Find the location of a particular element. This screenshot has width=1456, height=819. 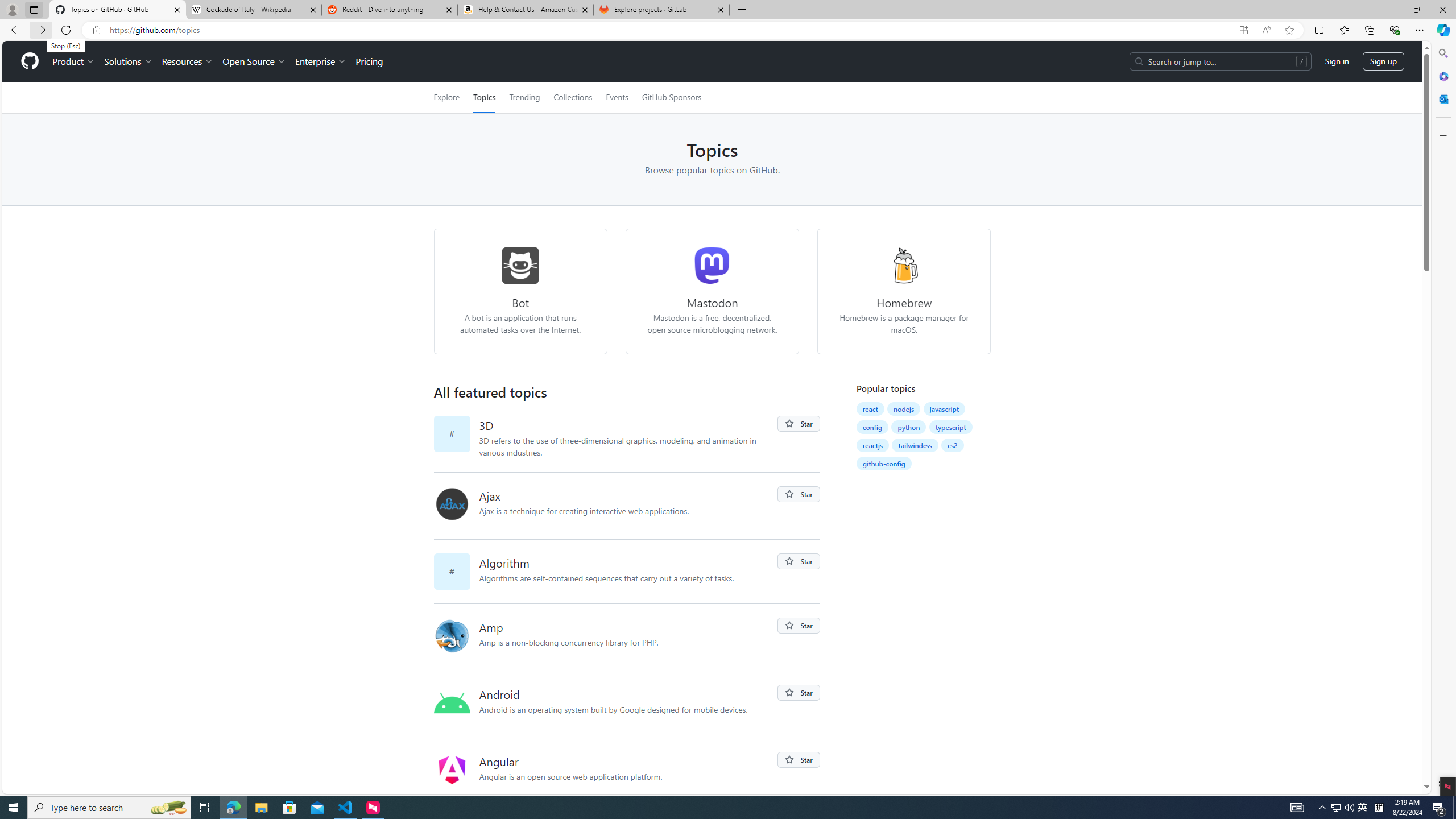

'cs2' is located at coordinates (953, 445).